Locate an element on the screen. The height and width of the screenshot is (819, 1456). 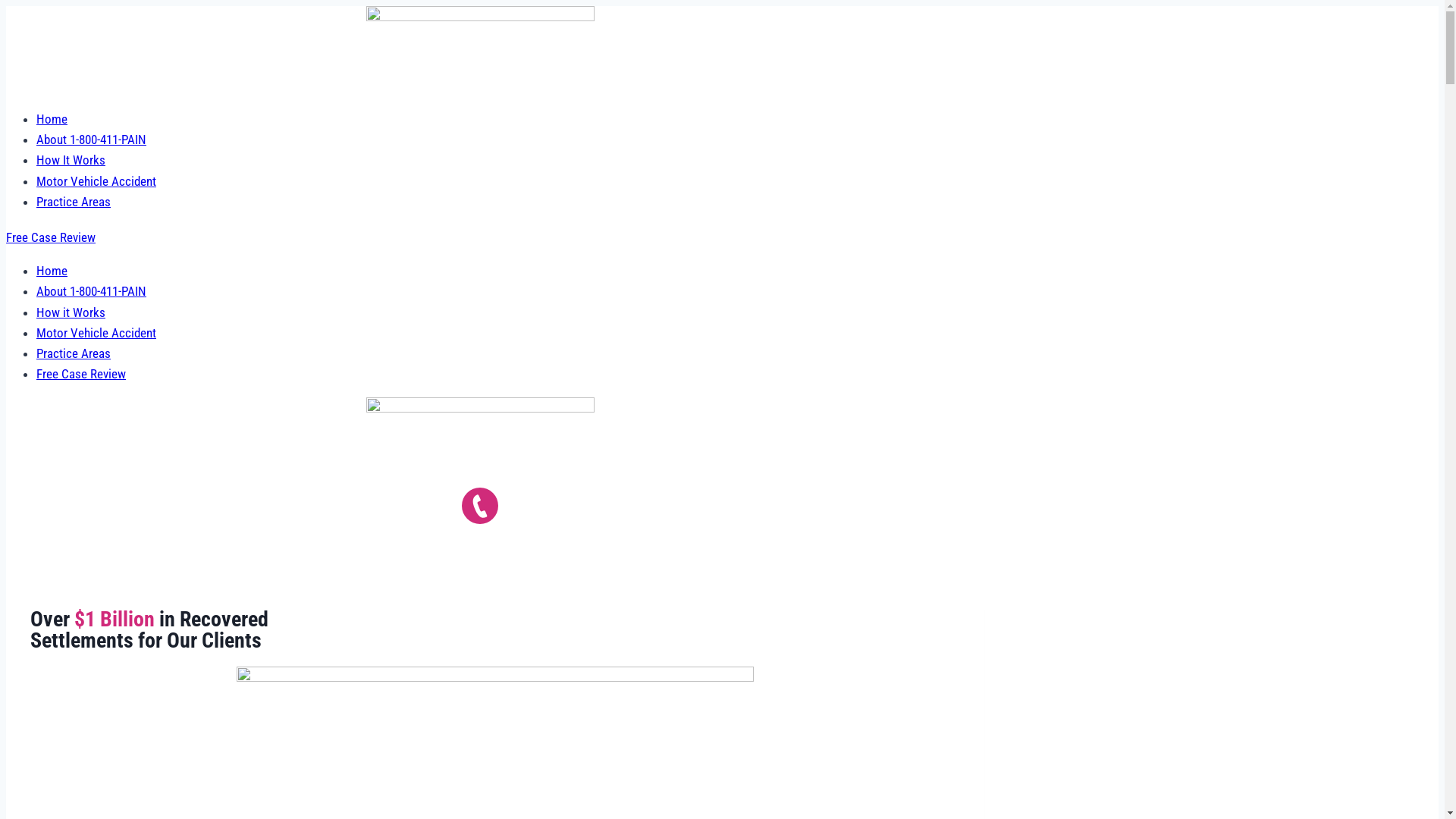
'Skip to content' is located at coordinates (5, 5).